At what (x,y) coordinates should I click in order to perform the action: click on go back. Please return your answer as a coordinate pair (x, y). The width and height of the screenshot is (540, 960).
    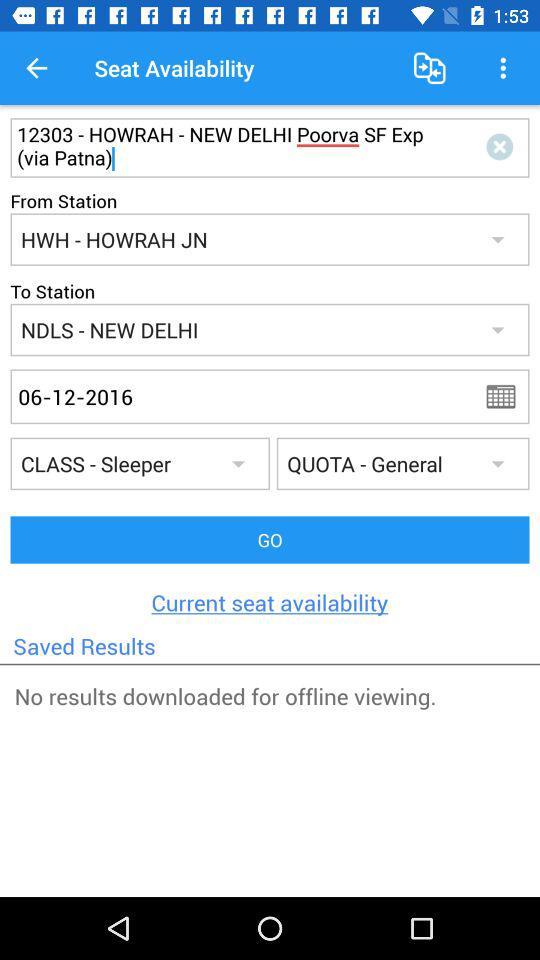
    Looking at the image, I should click on (507, 395).